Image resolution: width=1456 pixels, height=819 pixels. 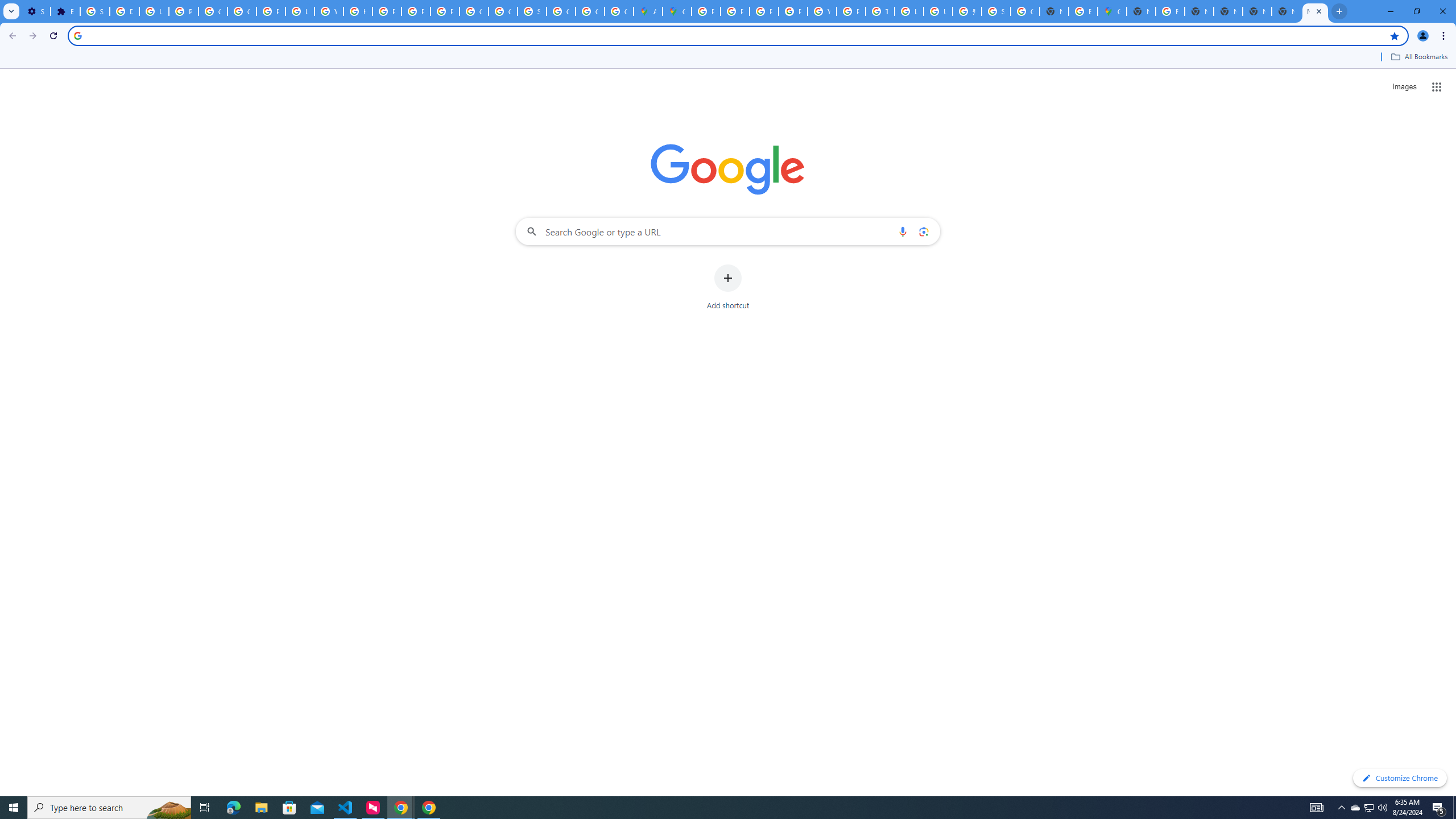 What do you see at coordinates (677, 11) in the screenshot?
I see `'Google Maps'` at bounding box center [677, 11].